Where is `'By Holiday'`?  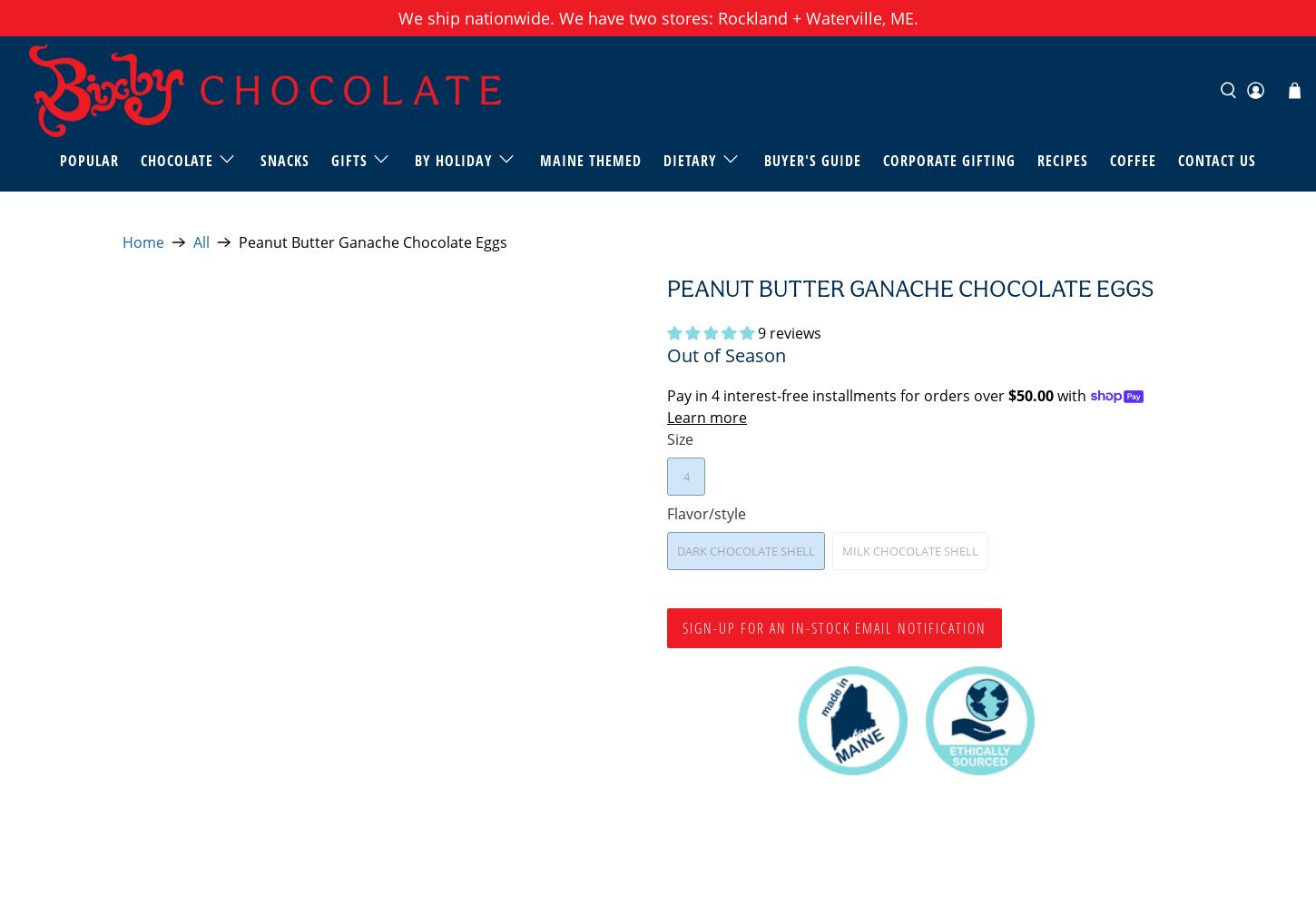
'By Holiday' is located at coordinates (453, 159).